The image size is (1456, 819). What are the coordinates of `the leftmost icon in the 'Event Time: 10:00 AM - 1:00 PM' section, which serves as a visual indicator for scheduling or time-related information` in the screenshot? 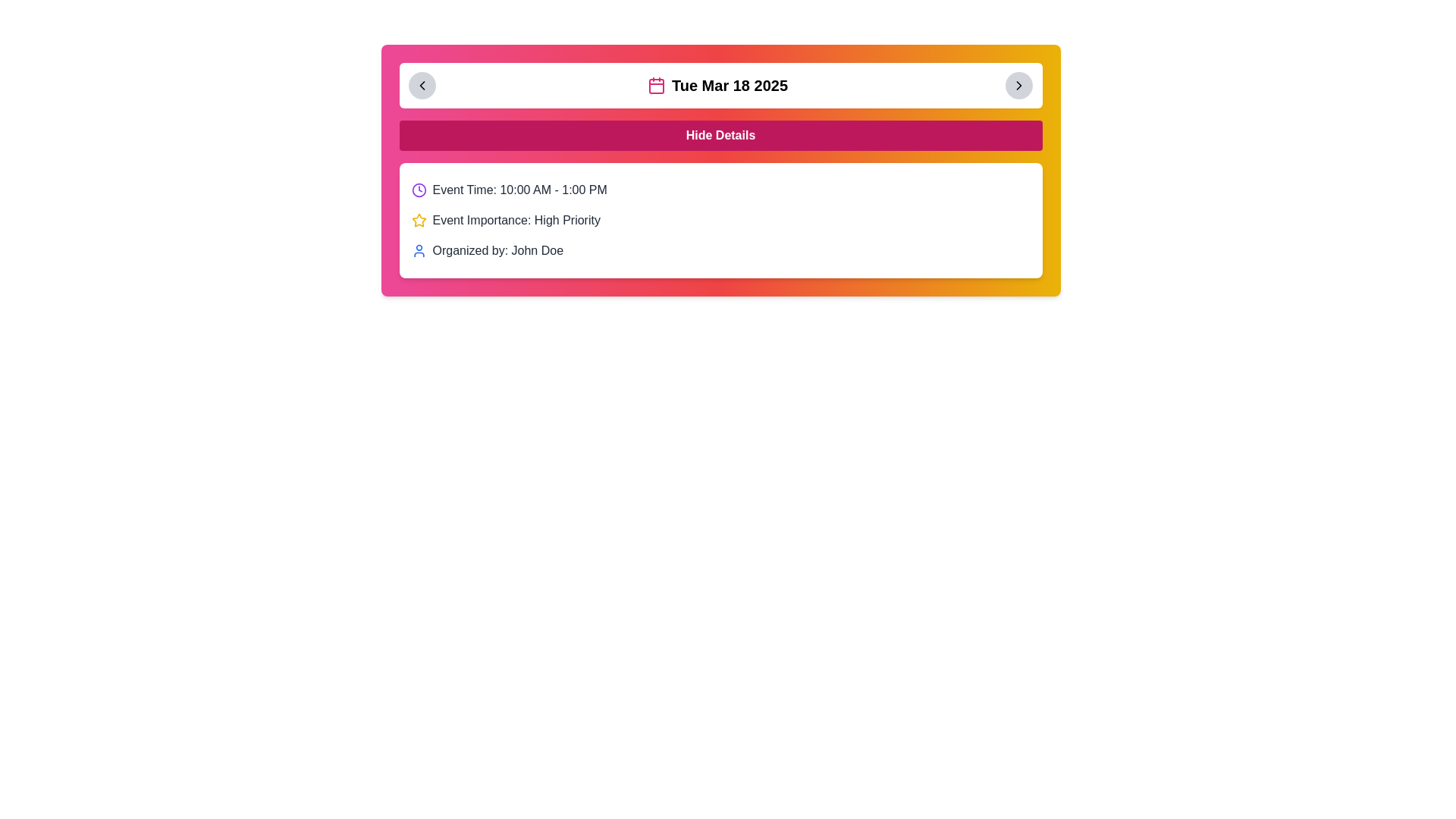 It's located at (419, 189).